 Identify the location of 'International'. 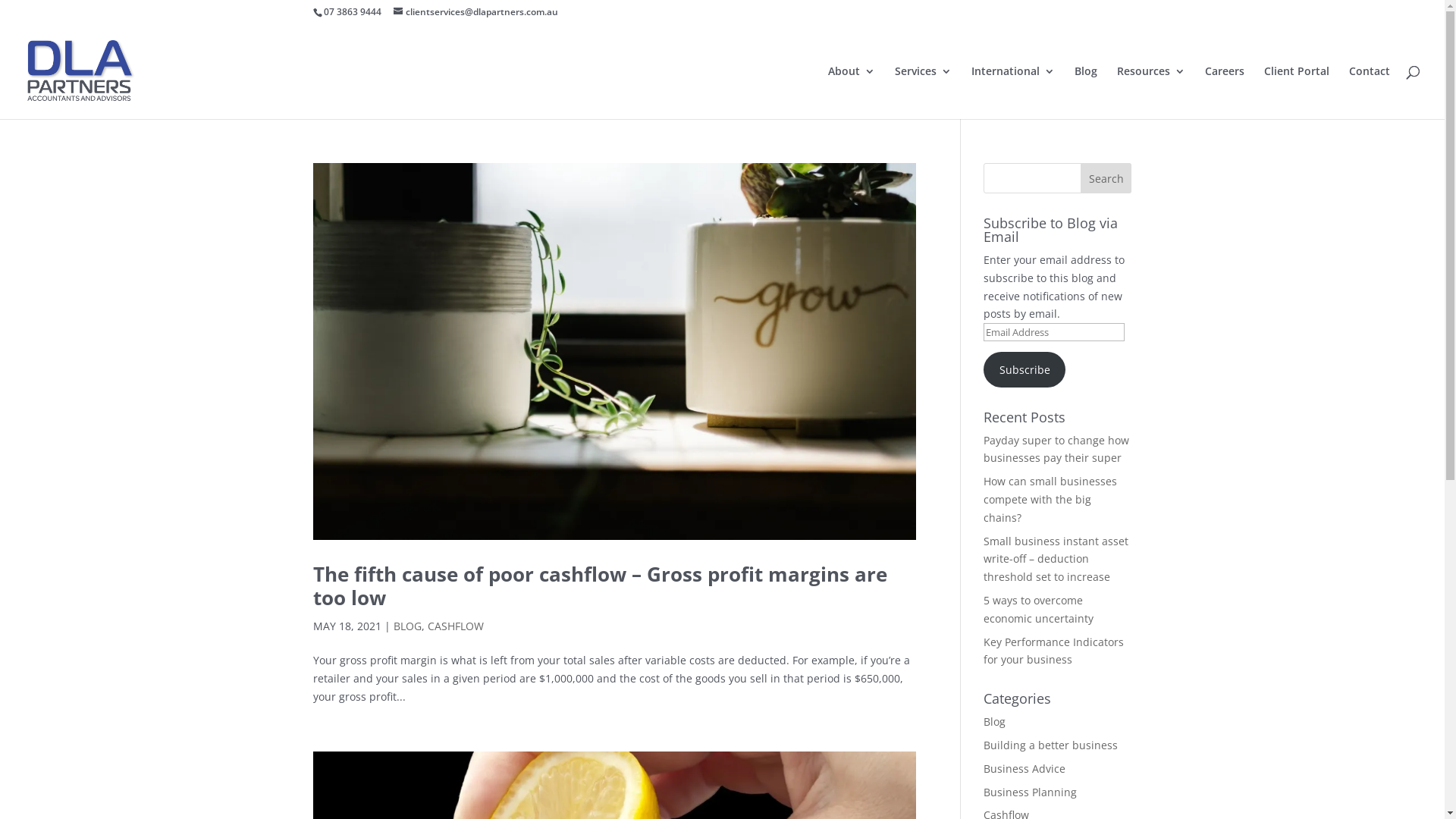
(971, 93).